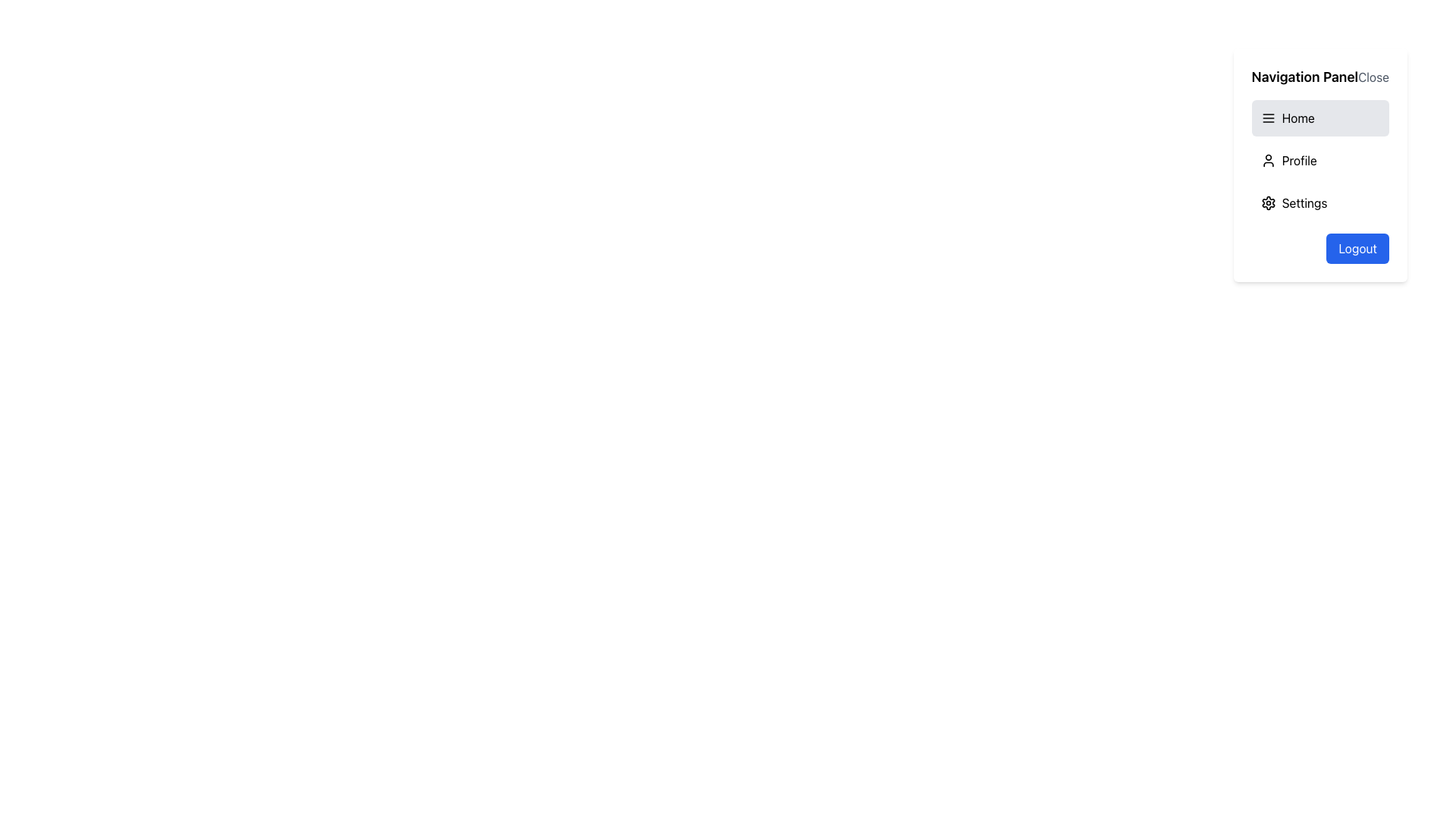  What do you see at coordinates (1268, 202) in the screenshot?
I see `the cogwheel icon in the settings section of the navigation menu` at bounding box center [1268, 202].